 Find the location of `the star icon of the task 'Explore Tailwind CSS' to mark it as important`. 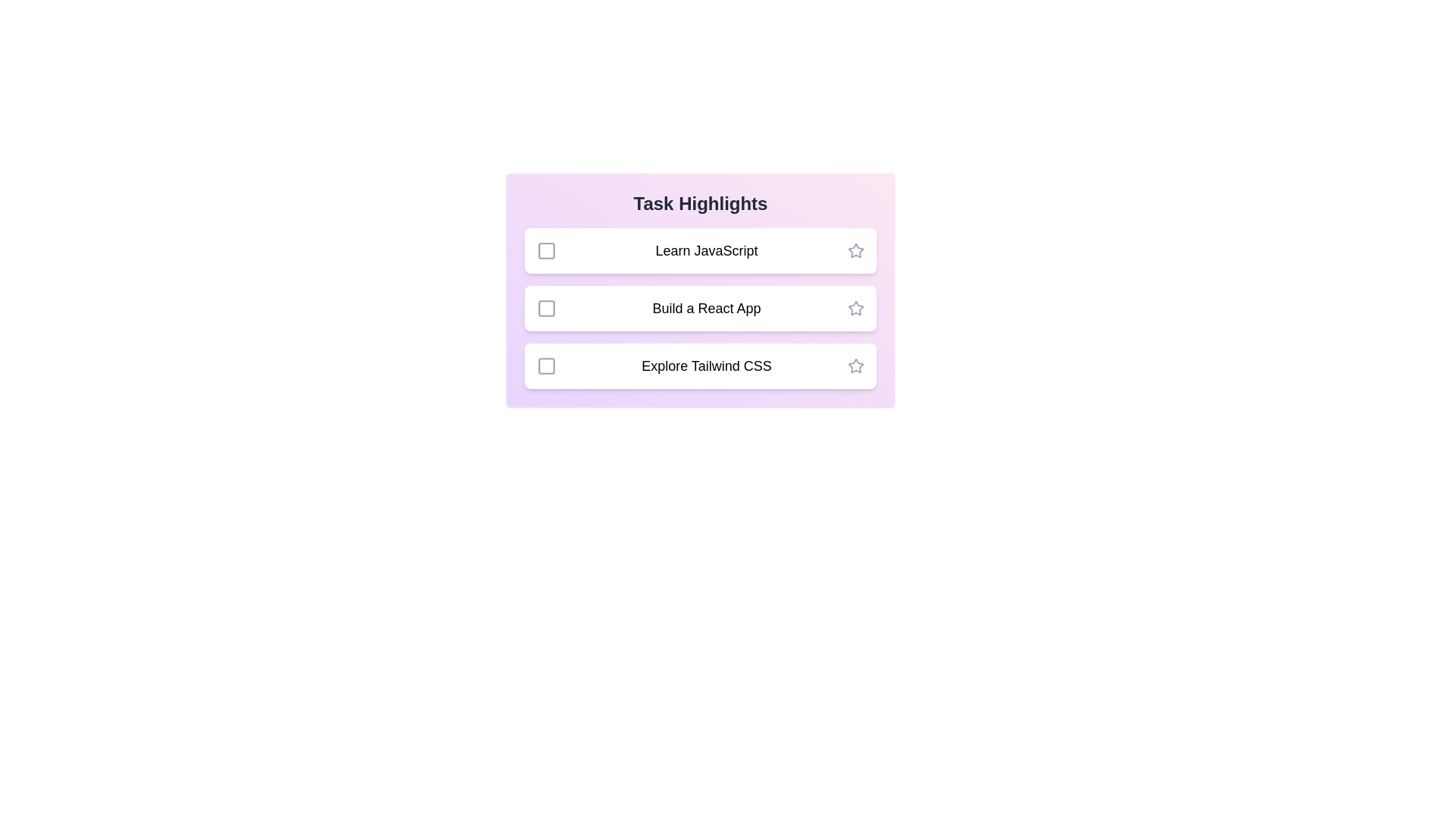

the star icon of the task 'Explore Tailwind CSS' to mark it as important is located at coordinates (855, 366).